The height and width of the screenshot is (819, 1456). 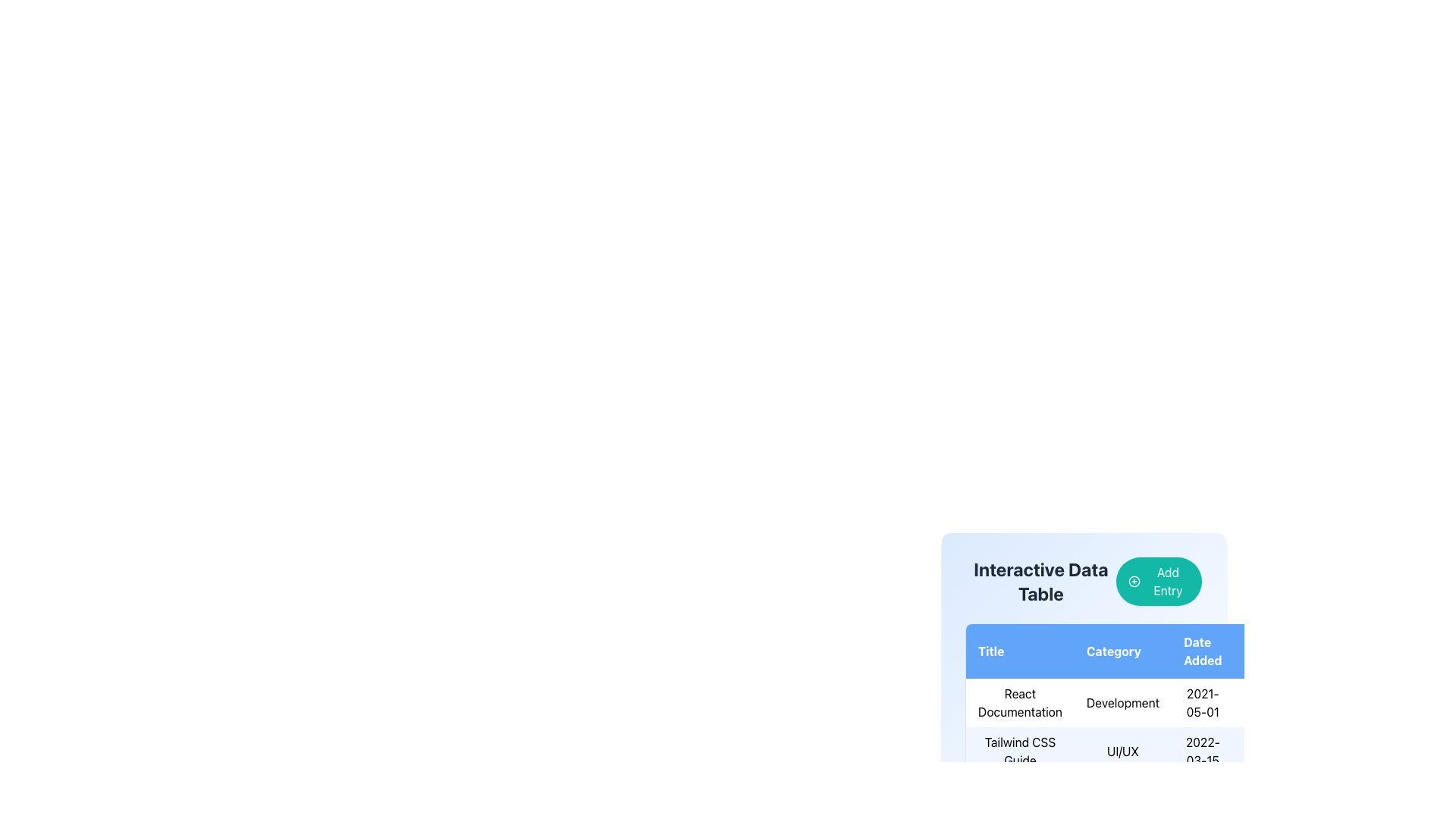 I want to click on the date display located in the last column of the 'Tailwind CSS Guide' row in the structured table, which shows the date formatted as '2022-03-15', so click(x=1202, y=752).